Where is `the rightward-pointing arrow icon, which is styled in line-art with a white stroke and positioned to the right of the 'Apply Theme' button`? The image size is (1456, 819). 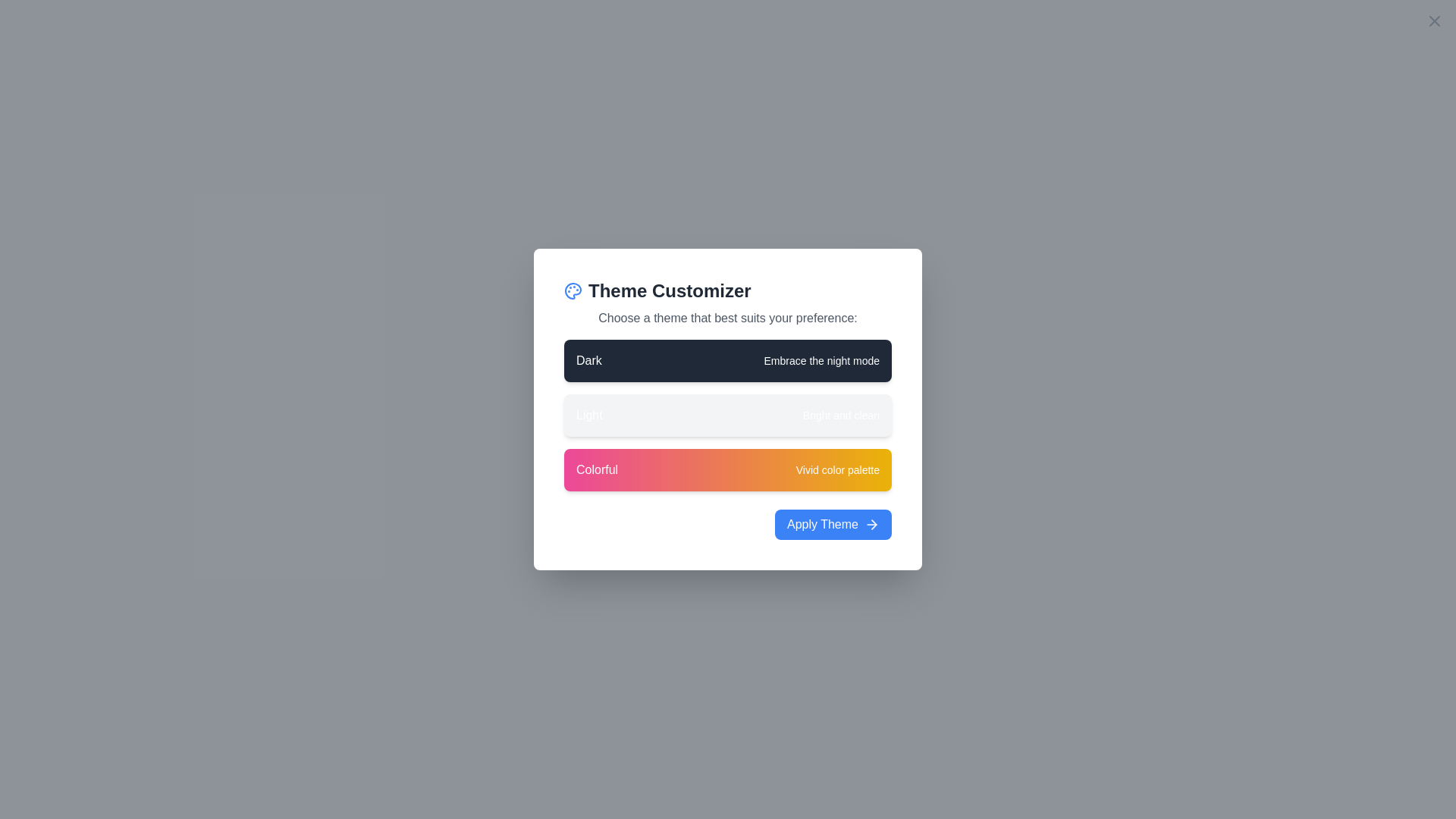 the rightward-pointing arrow icon, which is styled in line-art with a white stroke and positioned to the right of the 'Apply Theme' button is located at coordinates (872, 523).